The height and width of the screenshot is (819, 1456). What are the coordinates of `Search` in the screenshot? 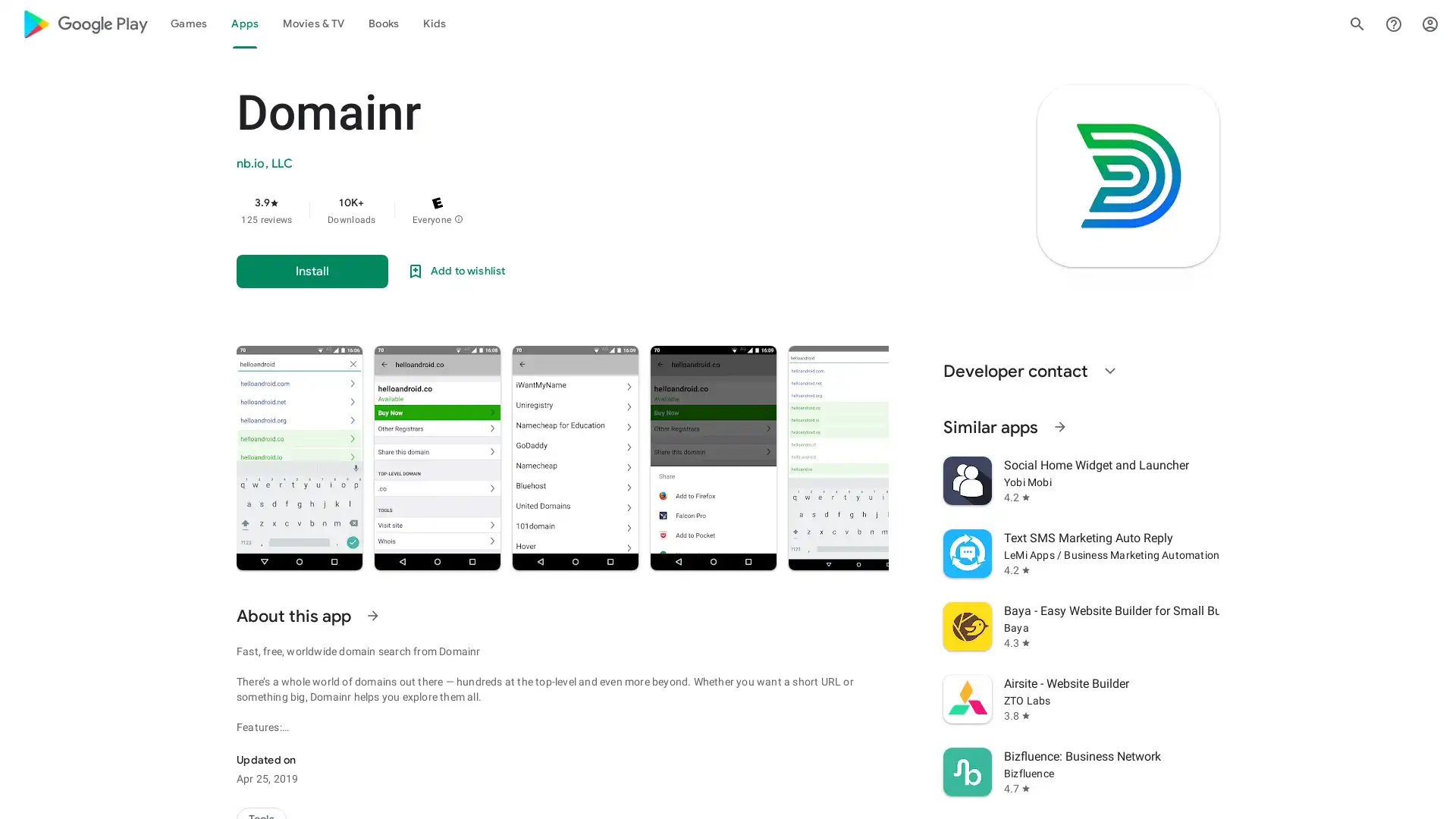 It's located at (1357, 24).